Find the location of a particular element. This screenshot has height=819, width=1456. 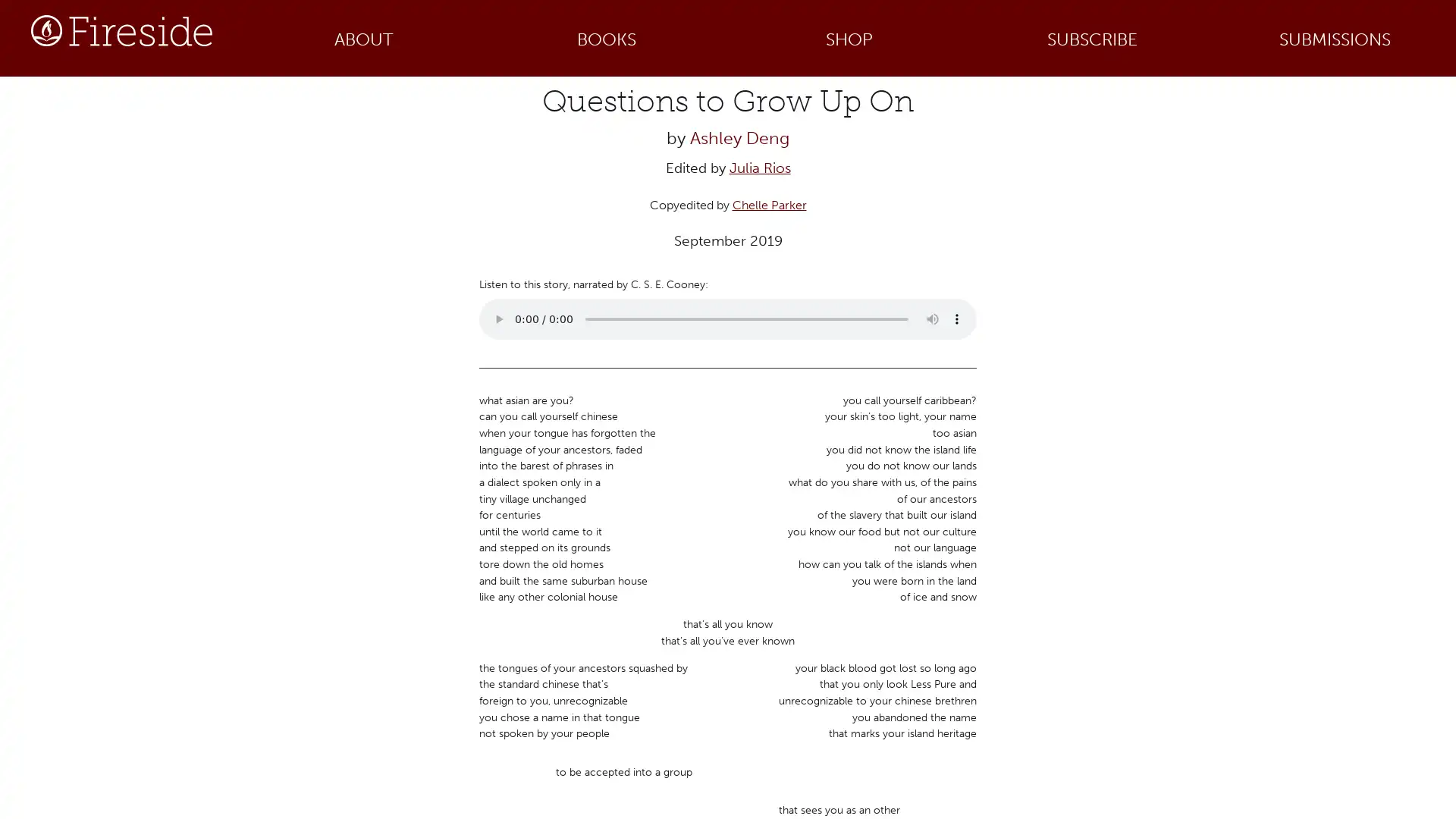

show more media controls is located at coordinates (956, 318).